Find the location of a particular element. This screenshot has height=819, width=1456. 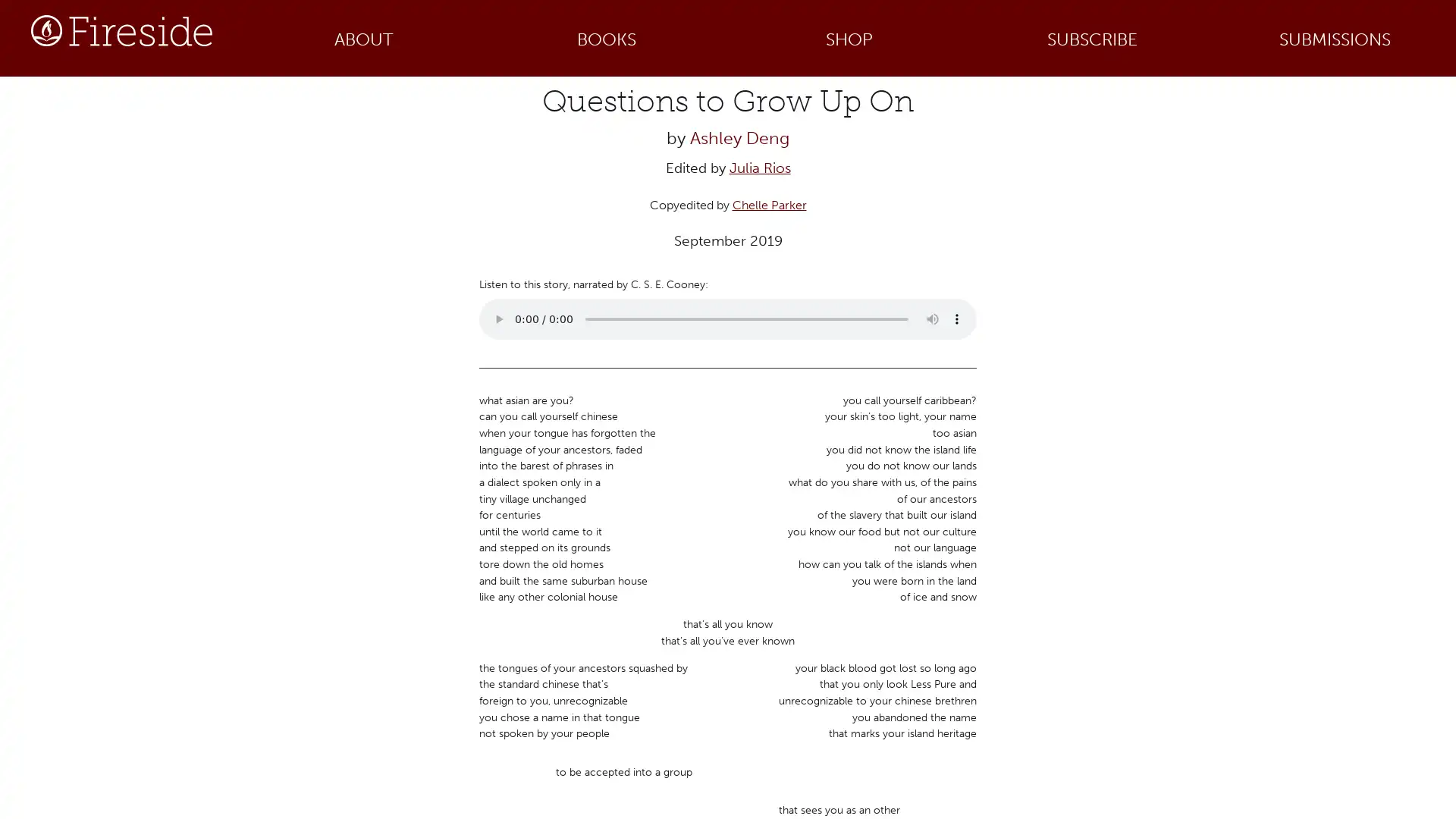

show more media controls is located at coordinates (956, 318).